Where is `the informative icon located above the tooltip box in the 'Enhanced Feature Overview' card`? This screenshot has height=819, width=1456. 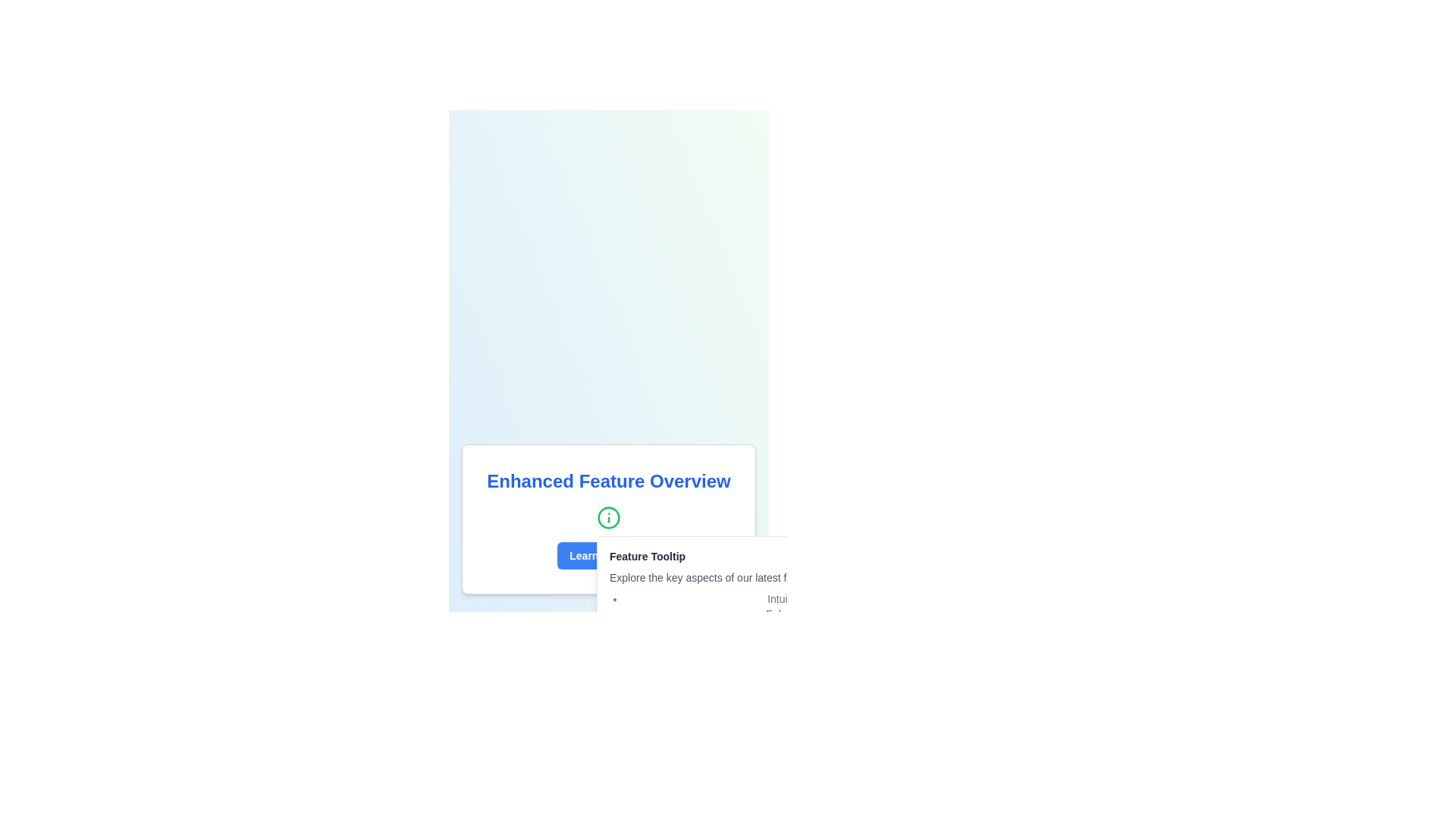 the informative icon located above the tooltip box in the 'Enhanced Feature Overview' card is located at coordinates (608, 516).